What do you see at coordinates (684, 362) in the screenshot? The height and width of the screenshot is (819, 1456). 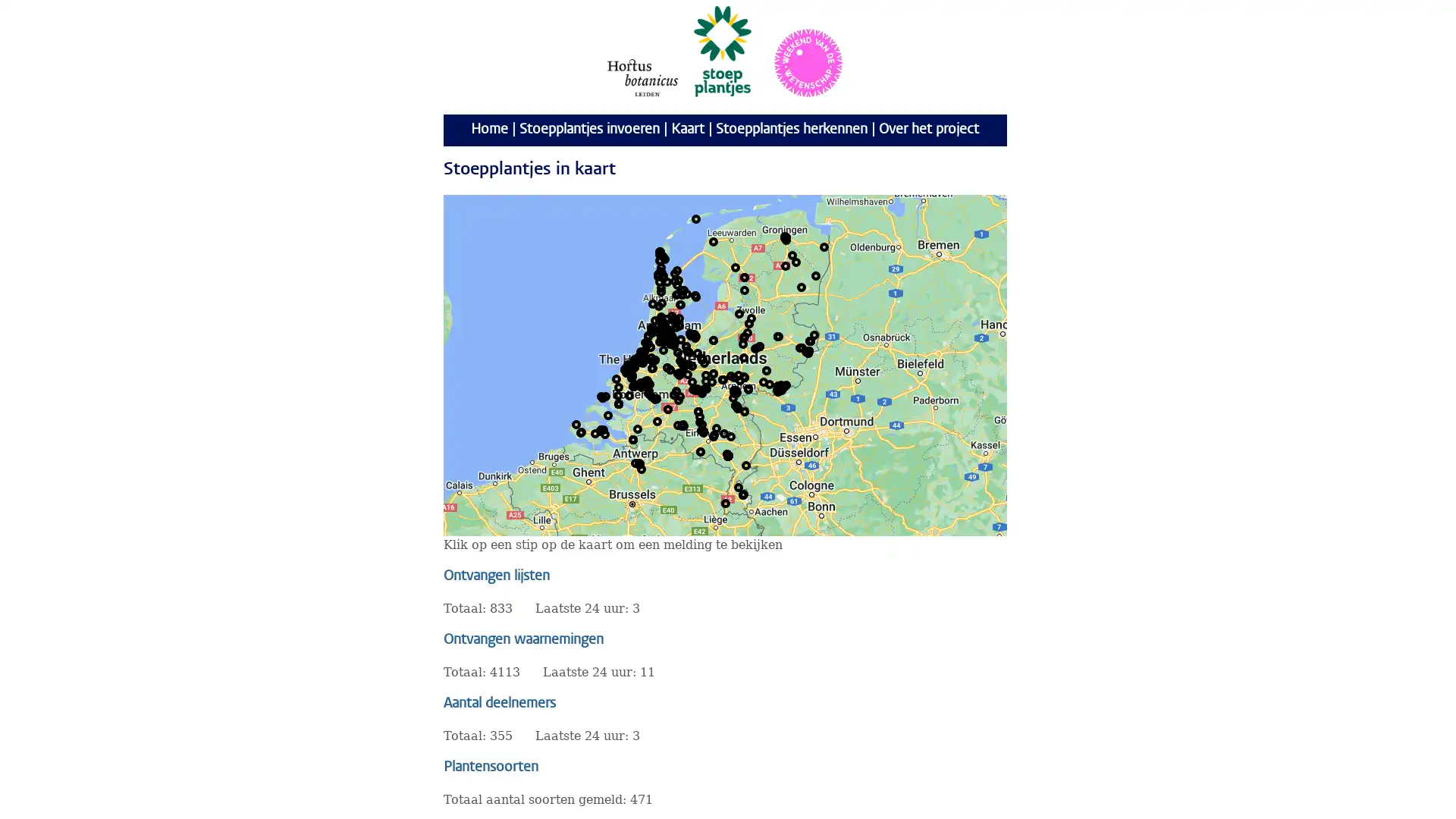 I see `Telling van Wouter op 03 november 2021` at bounding box center [684, 362].